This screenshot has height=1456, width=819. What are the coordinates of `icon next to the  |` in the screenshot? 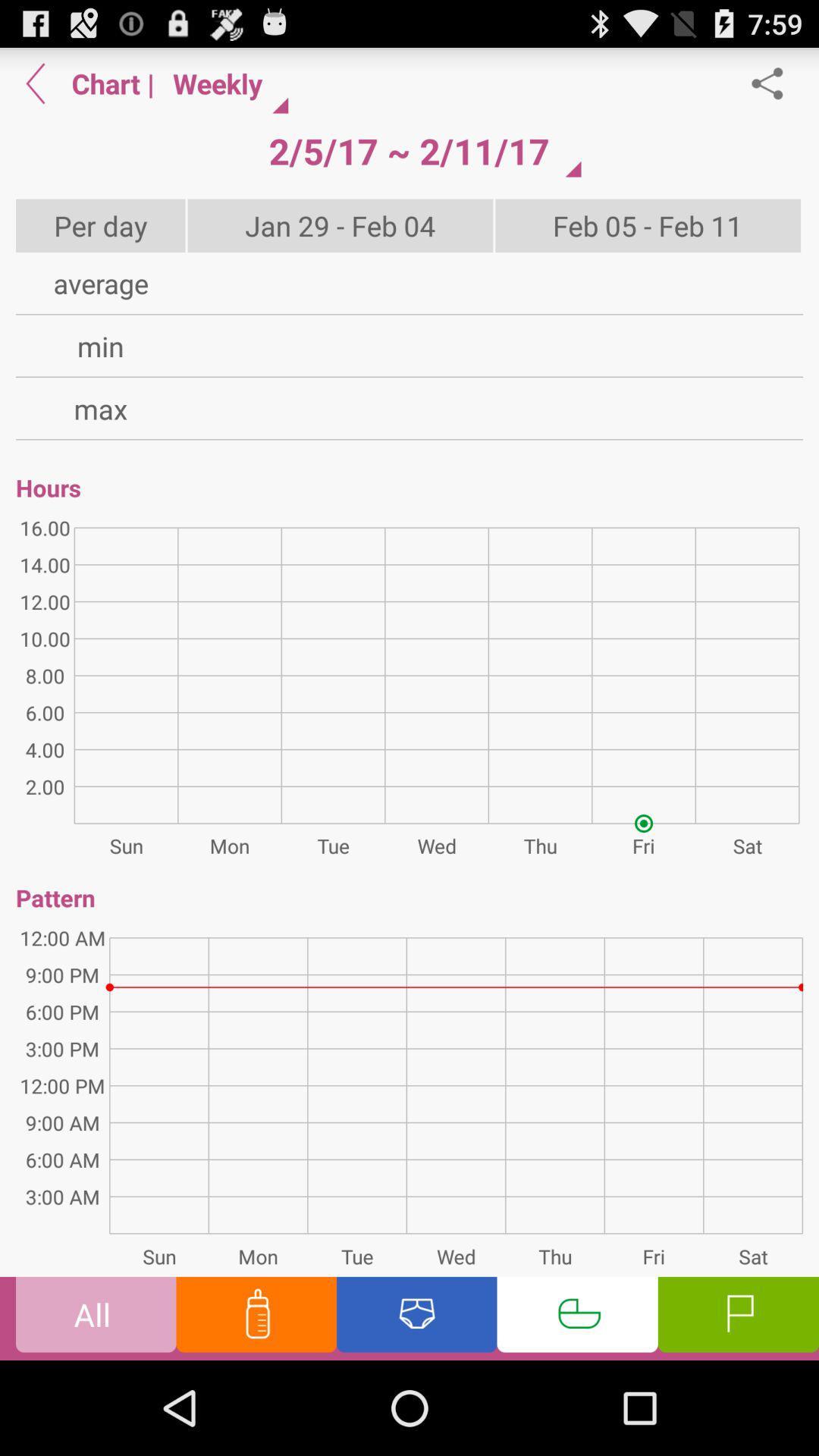 It's located at (224, 83).